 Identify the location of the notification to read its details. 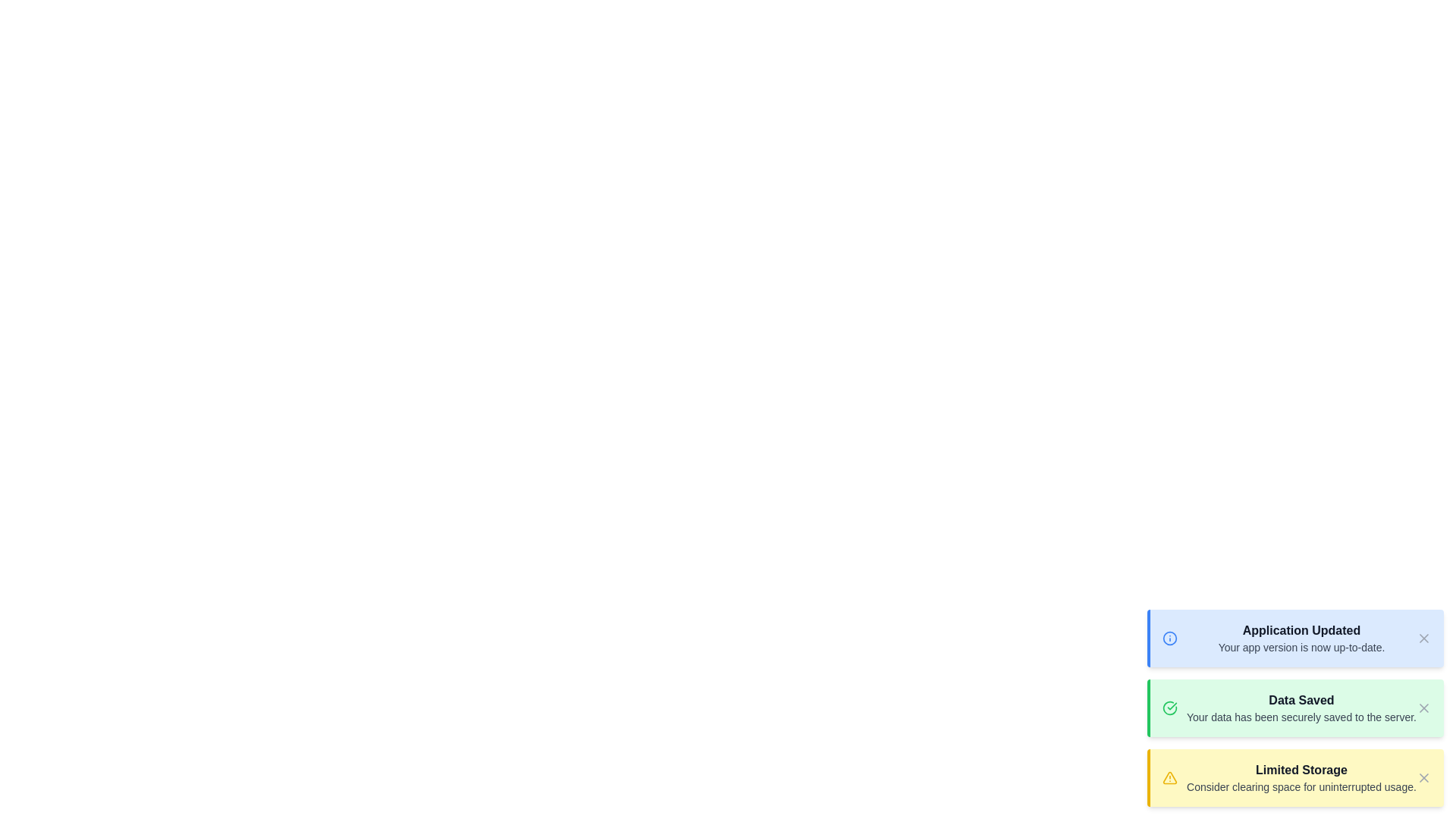
(1294, 638).